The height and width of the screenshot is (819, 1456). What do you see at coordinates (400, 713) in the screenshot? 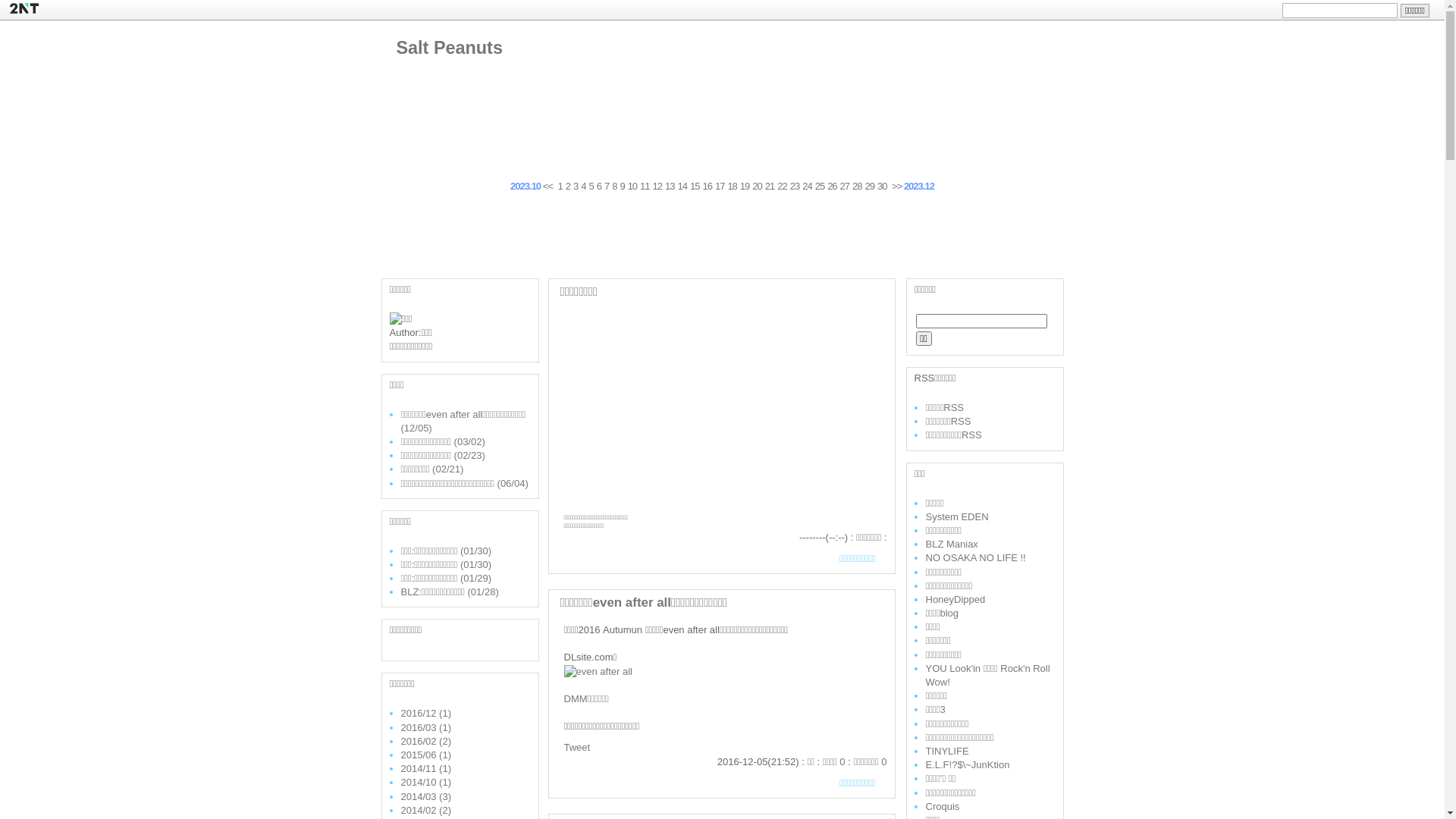
I see `'2016/12 (1)'` at bounding box center [400, 713].